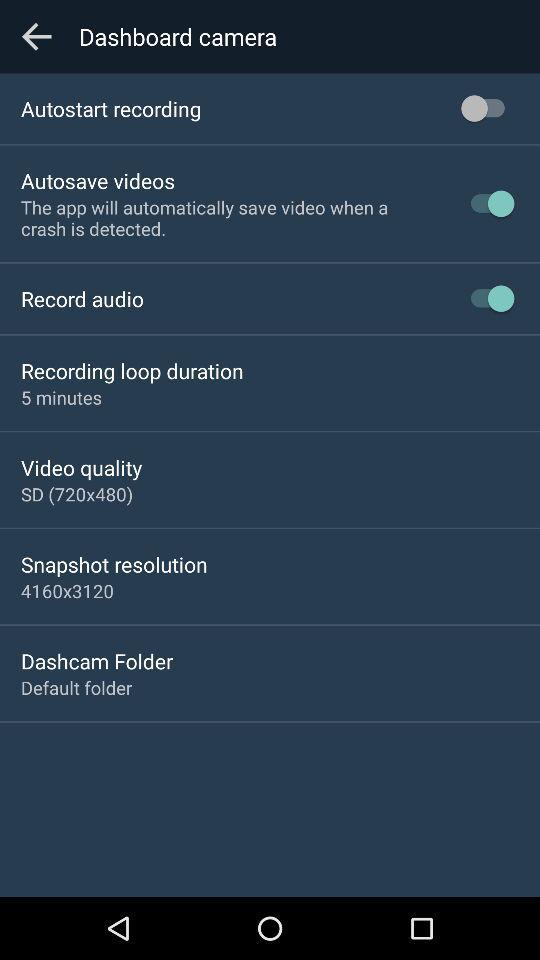  I want to click on default folder, so click(75, 687).